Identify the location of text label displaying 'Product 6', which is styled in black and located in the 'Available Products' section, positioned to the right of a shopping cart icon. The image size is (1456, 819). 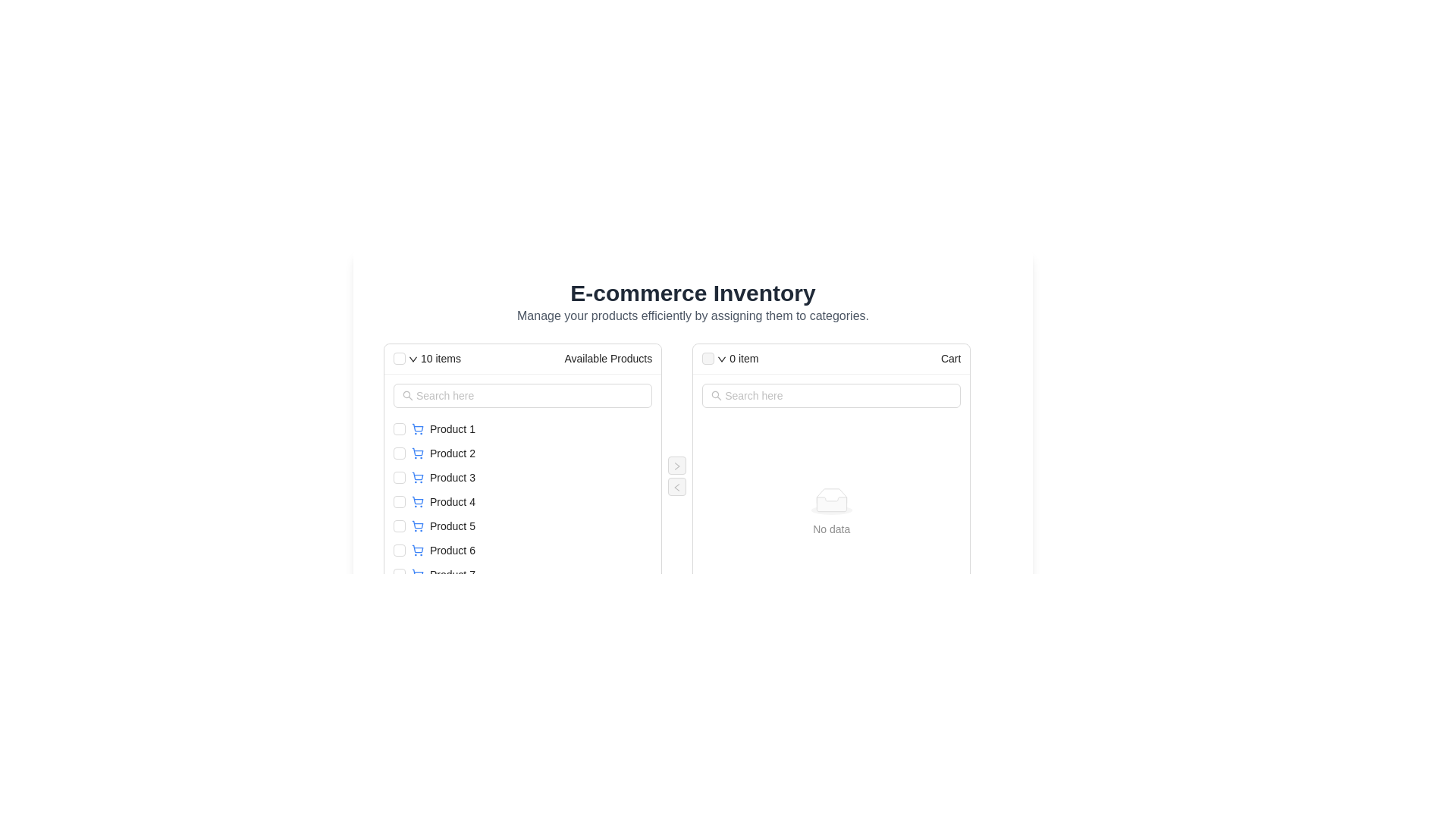
(451, 550).